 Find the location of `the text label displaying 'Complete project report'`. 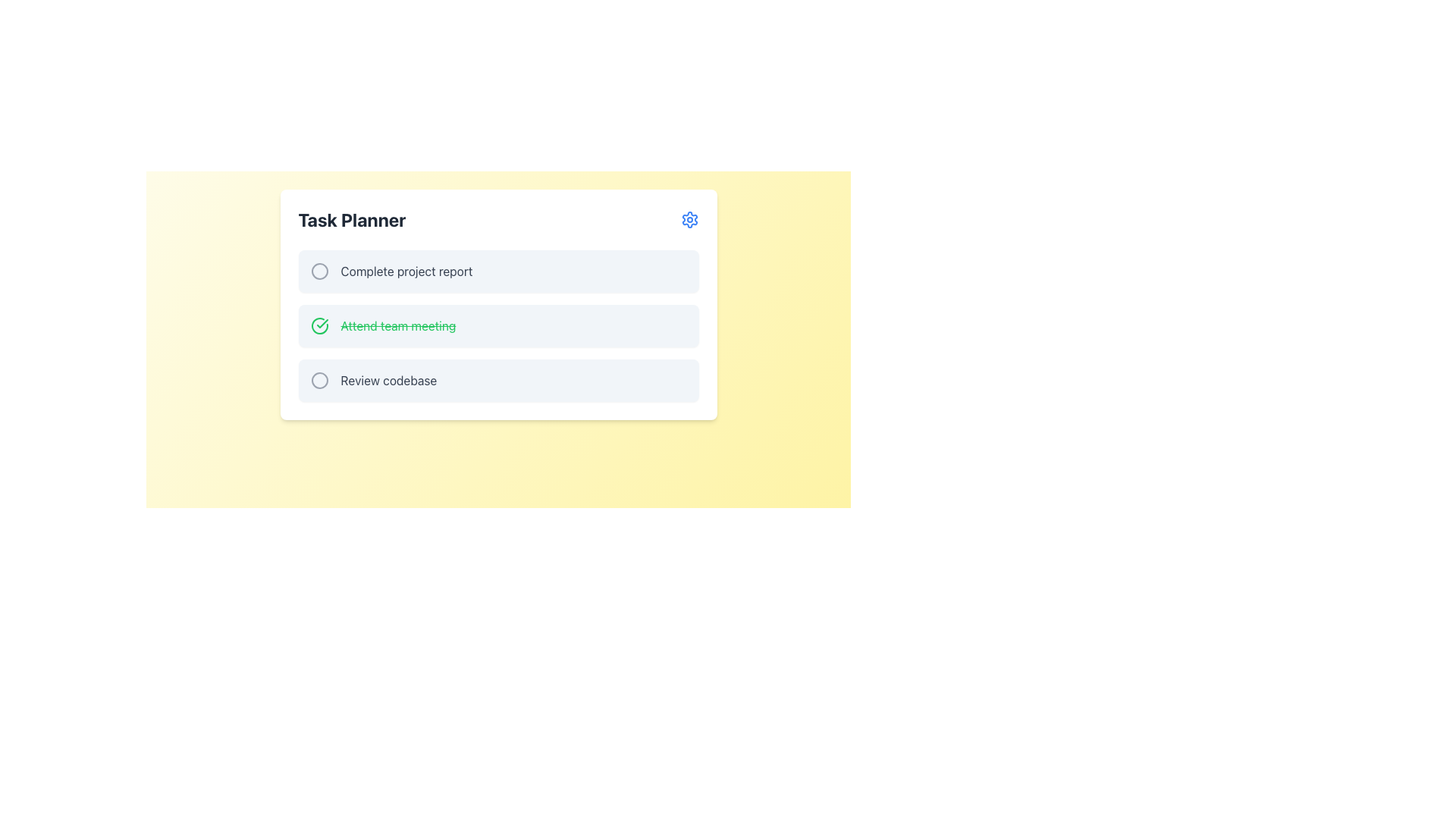

the text label displaying 'Complete project report' is located at coordinates (406, 271).